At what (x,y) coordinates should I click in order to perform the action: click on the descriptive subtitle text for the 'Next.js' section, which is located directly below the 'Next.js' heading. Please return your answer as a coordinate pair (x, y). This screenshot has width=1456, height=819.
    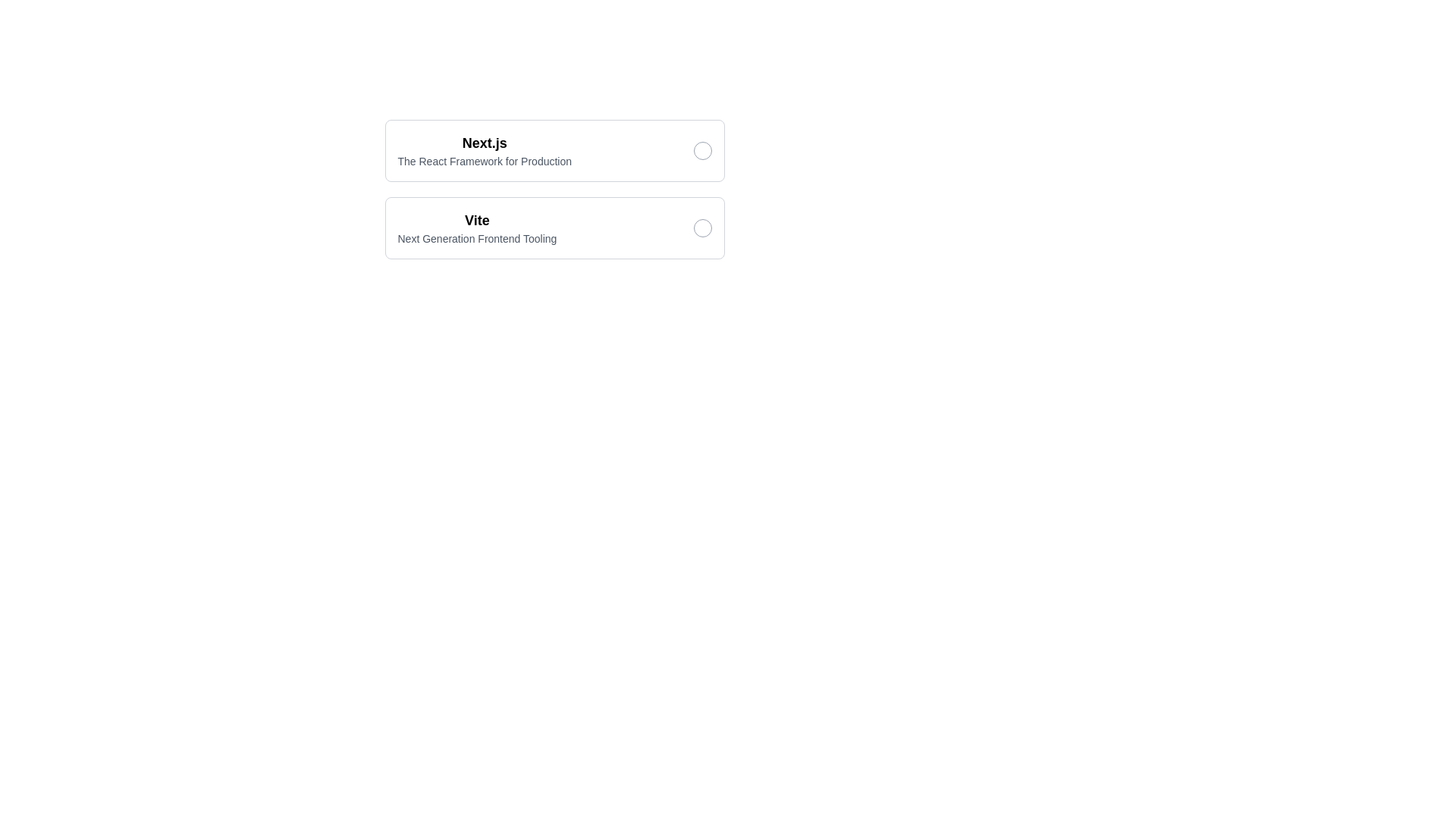
    Looking at the image, I should click on (484, 161).